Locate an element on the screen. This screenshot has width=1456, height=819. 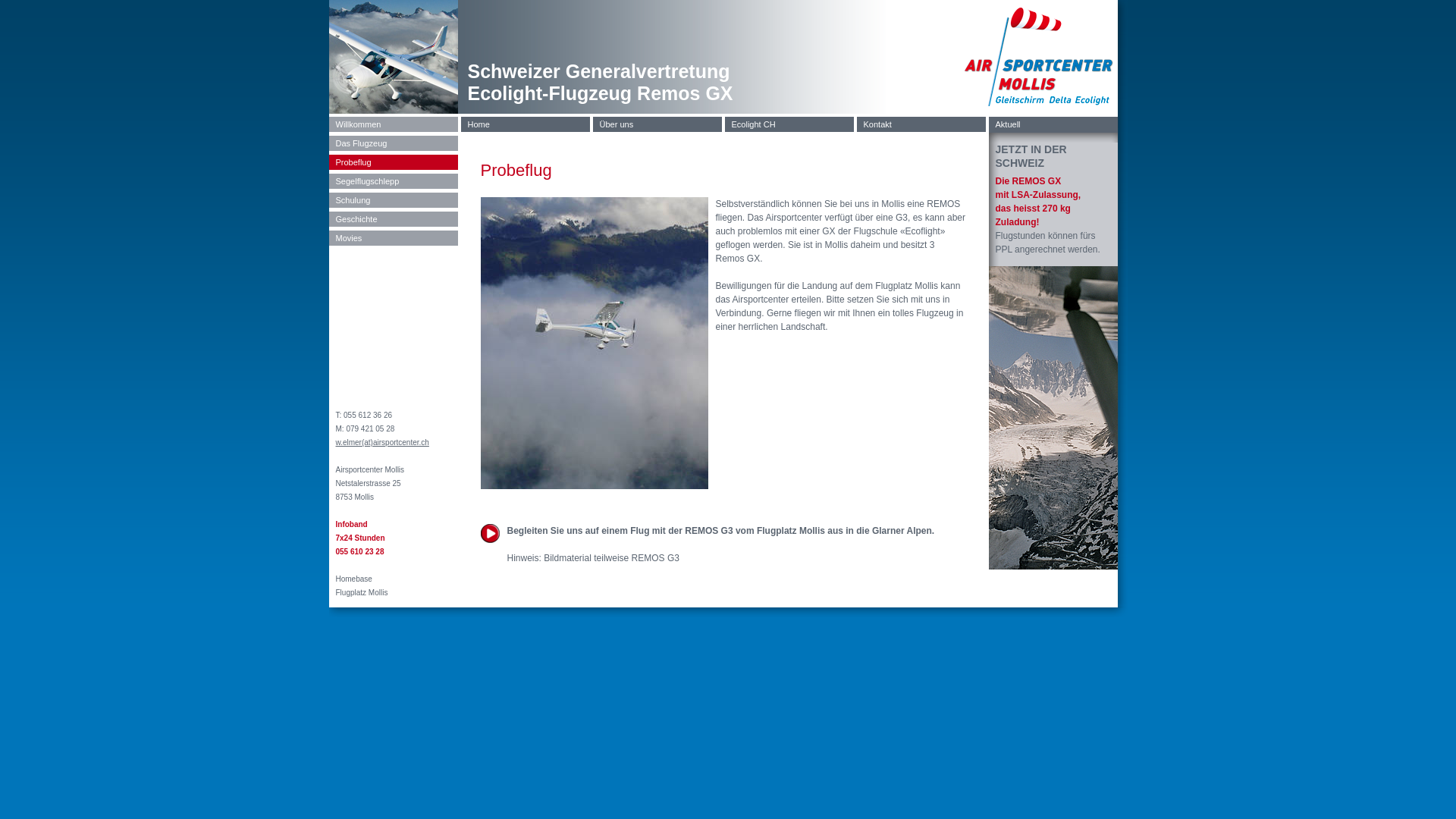
'Home' is located at coordinates (525, 124).